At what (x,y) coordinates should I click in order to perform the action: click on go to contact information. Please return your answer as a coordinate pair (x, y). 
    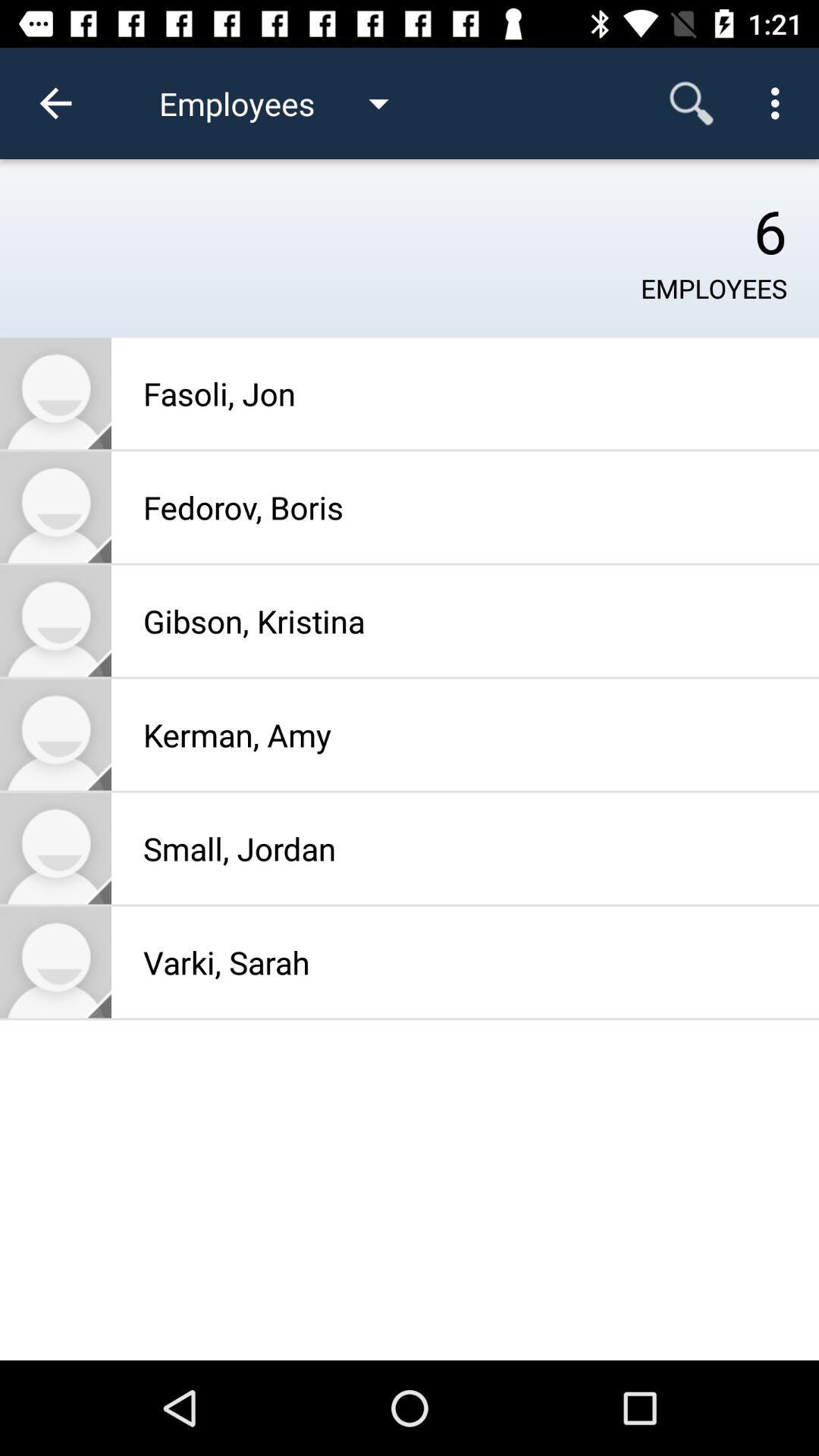
    Looking at the image, I should click on (55, 847).